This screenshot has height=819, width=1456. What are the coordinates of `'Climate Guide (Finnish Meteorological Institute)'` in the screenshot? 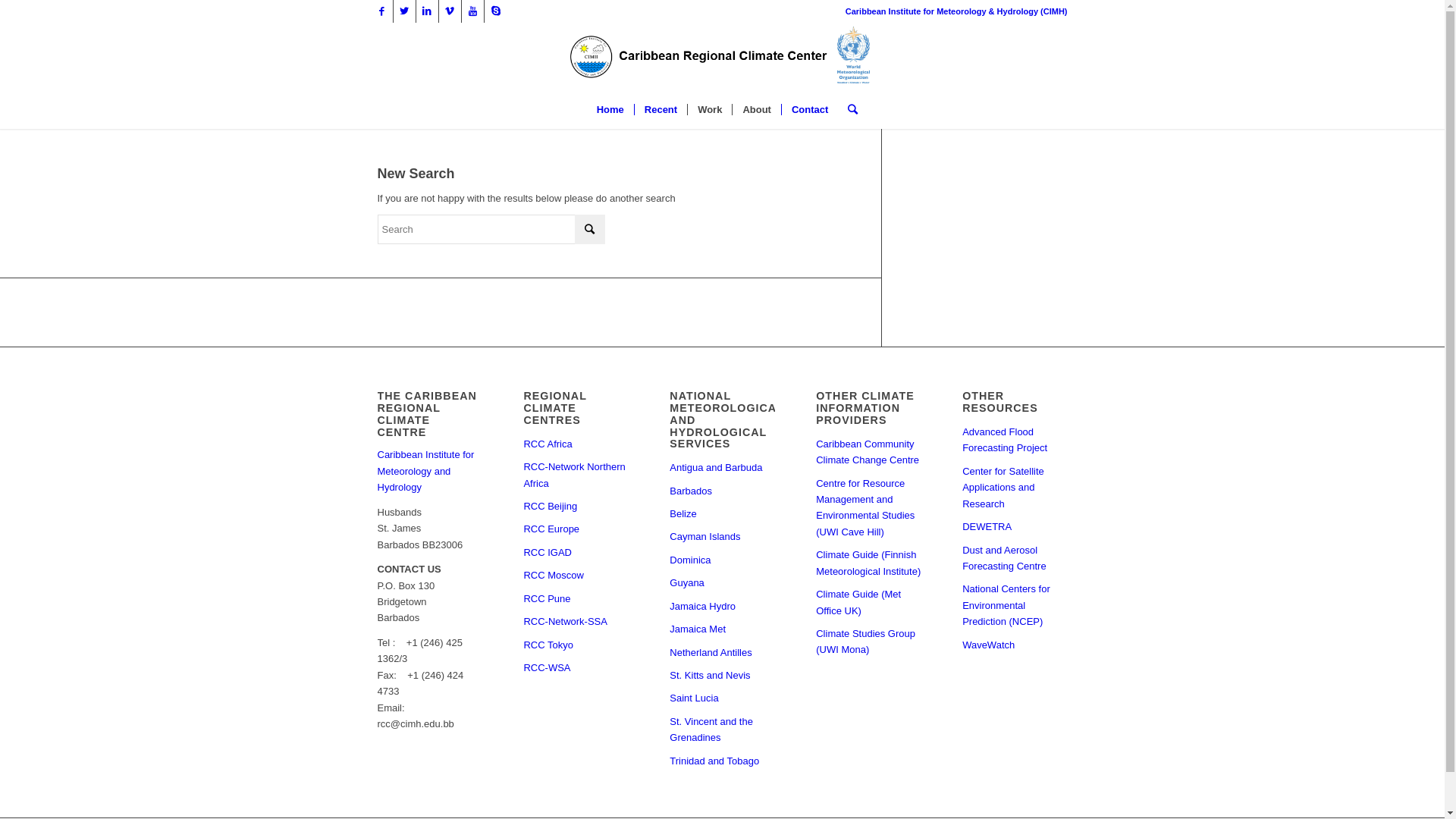 It's located at (814, 563).